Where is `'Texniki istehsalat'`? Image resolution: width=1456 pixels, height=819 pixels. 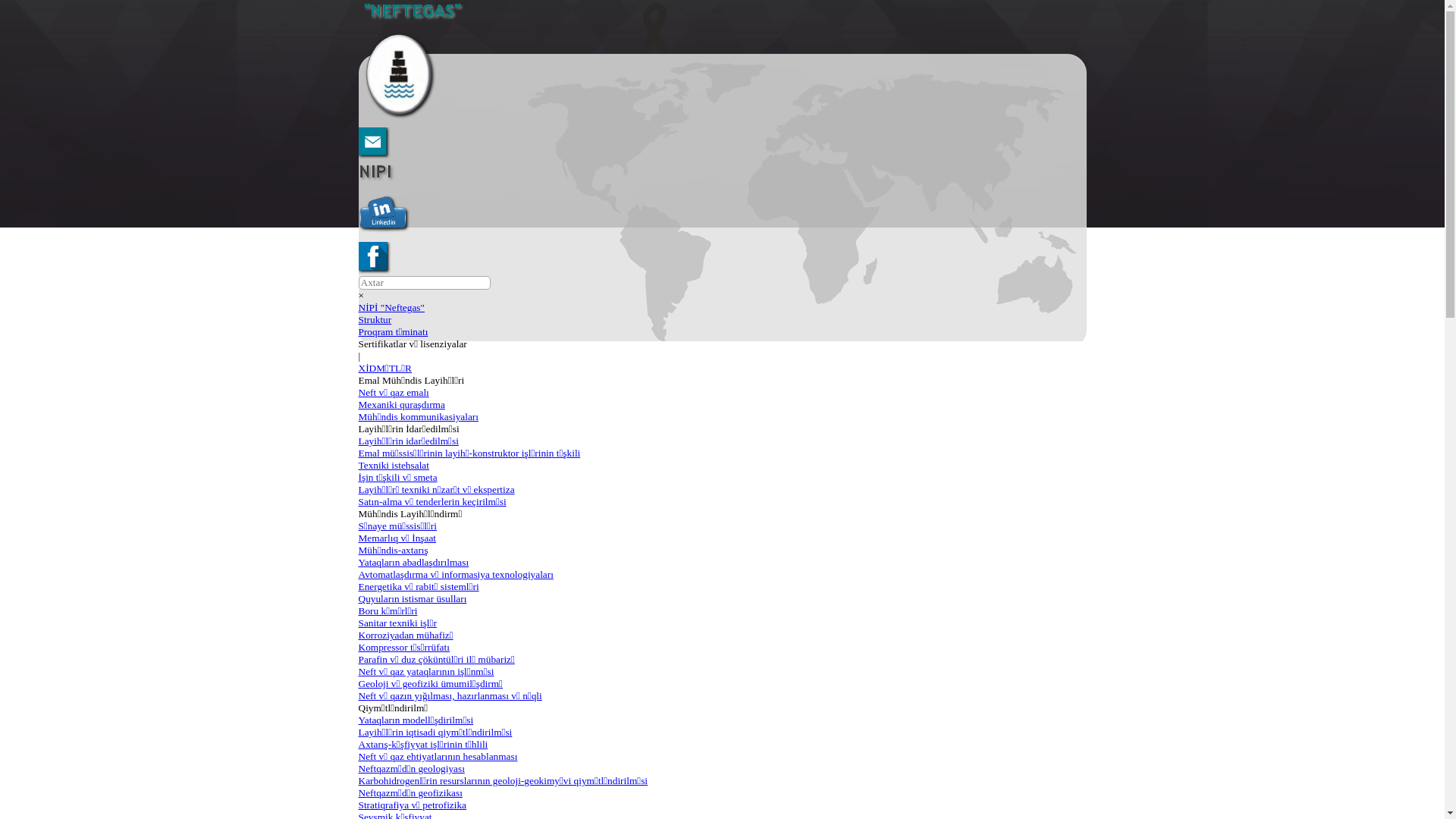
'Texniki istehsalat' is located at coordinates (356, 464).